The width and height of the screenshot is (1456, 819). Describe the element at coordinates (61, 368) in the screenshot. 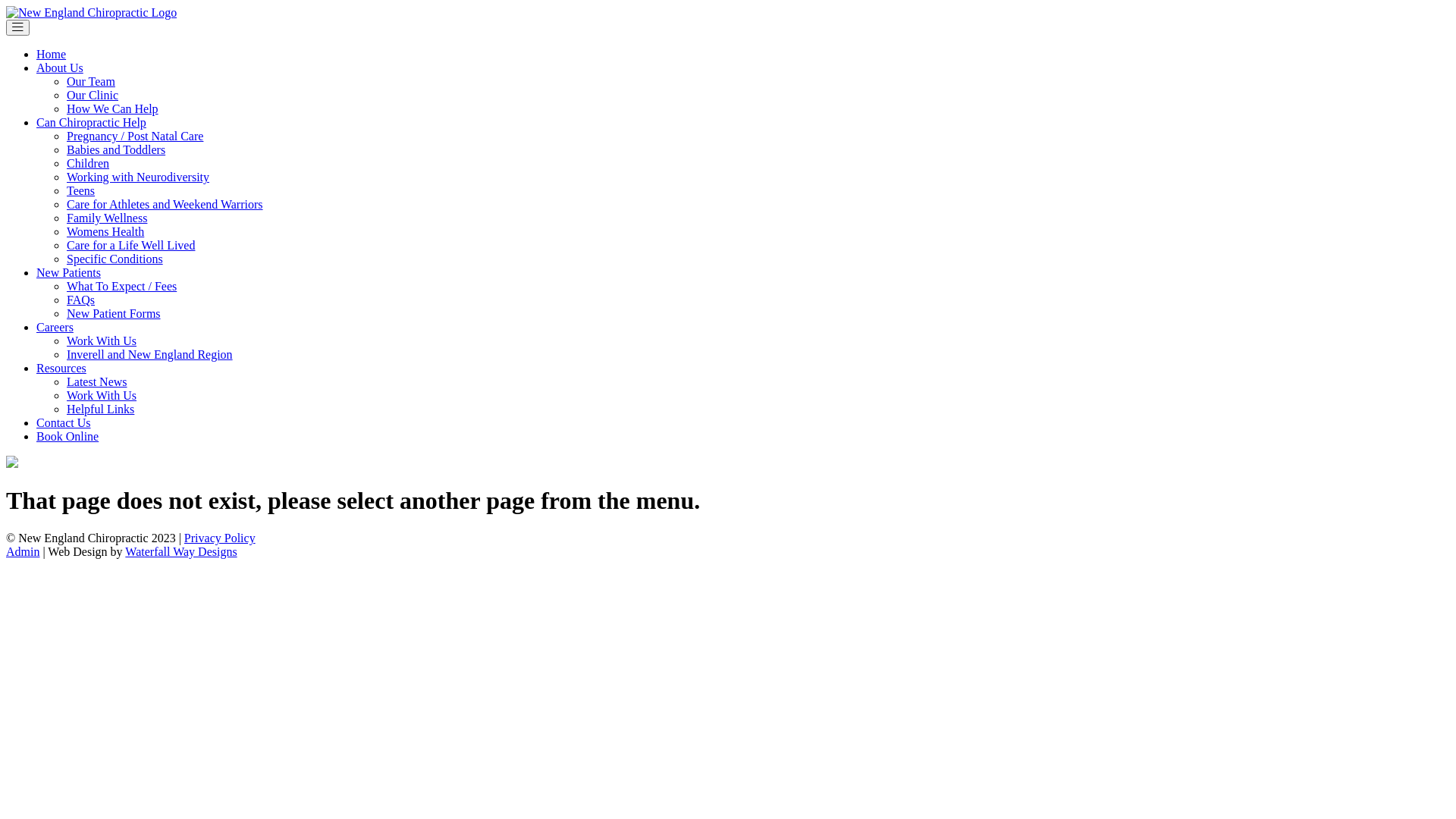

I see `'Resources'` at that location.